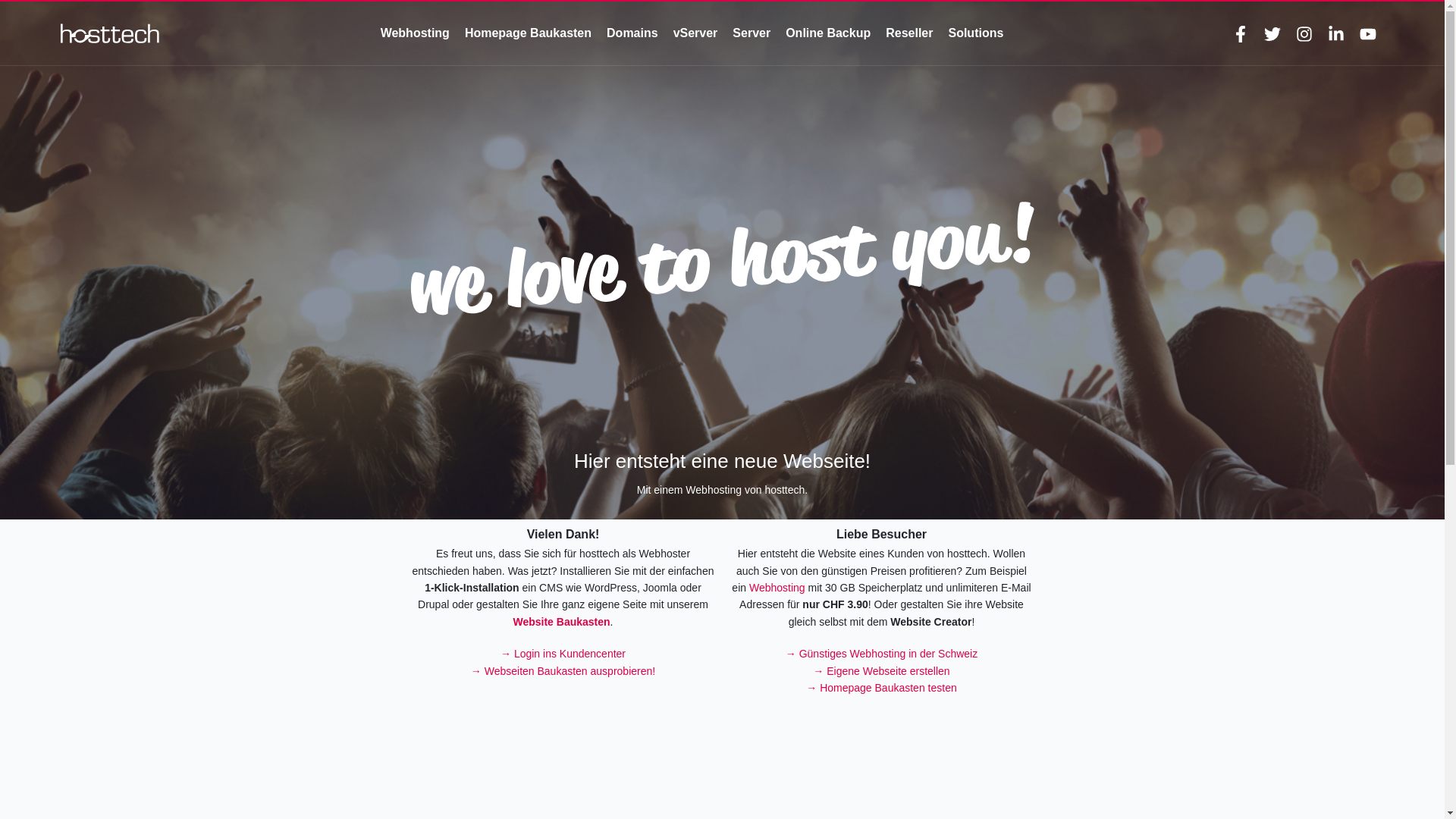 The image size is (1456, 819). I want to click on 'Solutions', so click(975, 33).